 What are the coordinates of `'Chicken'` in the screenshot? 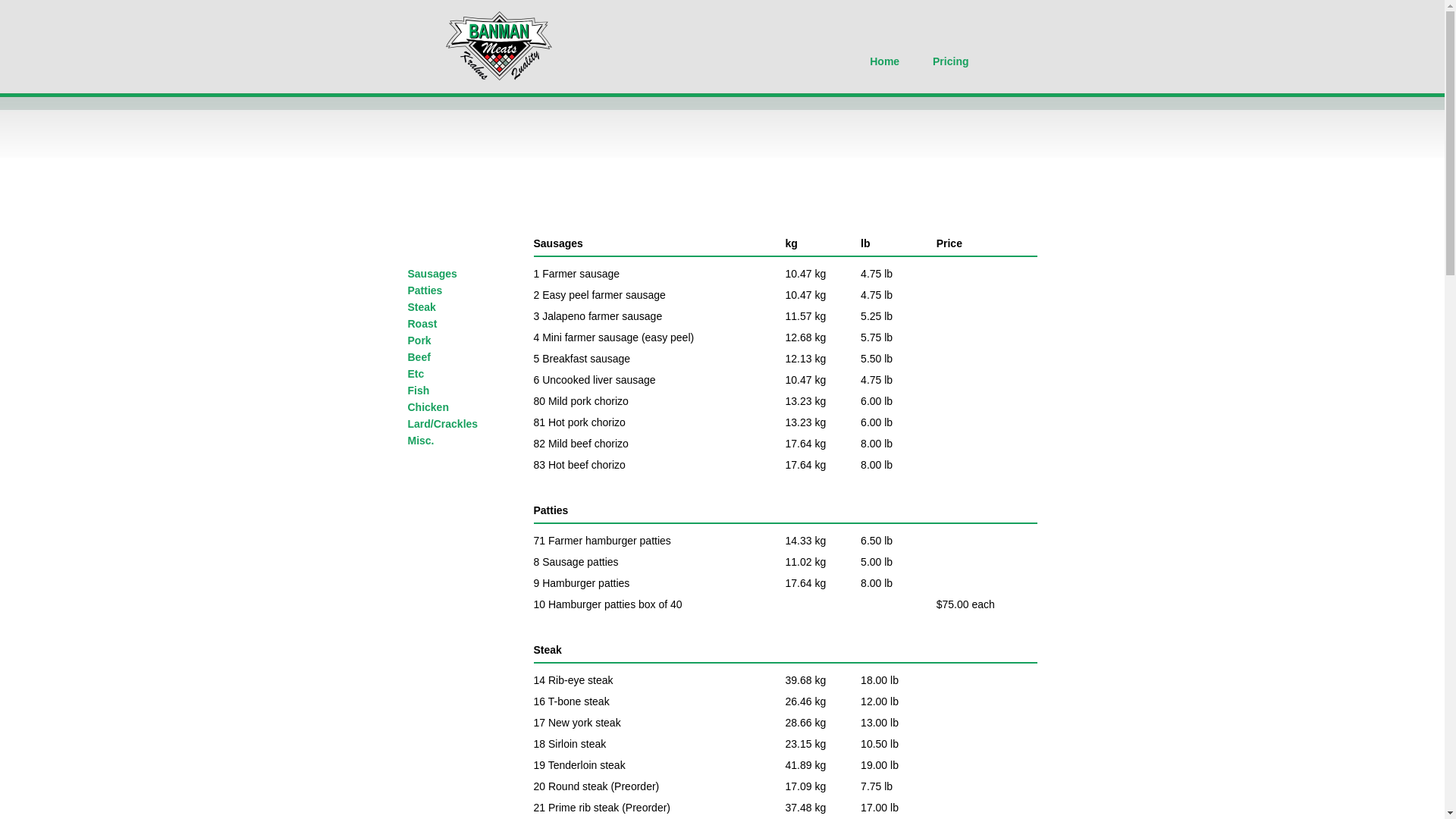 It's located at (428, 406).